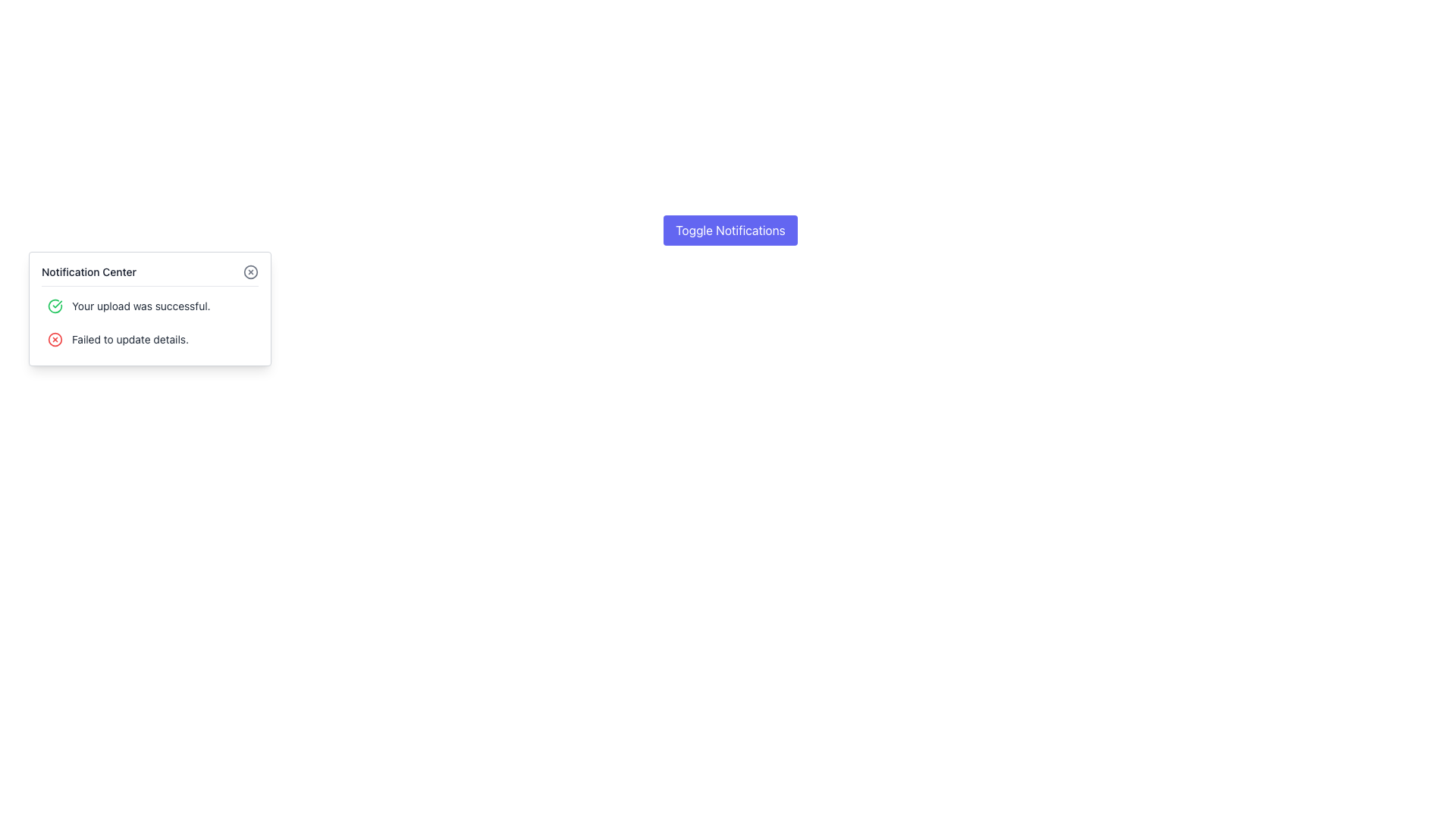 The height and width of the screenshot is (819, 1456). What do you see at coordinates (55, 306) in the screenshot?
I see `the green circular icon with a checkmark next to the notification 'Your upload was successful.'` at bounding box center [55, 306].